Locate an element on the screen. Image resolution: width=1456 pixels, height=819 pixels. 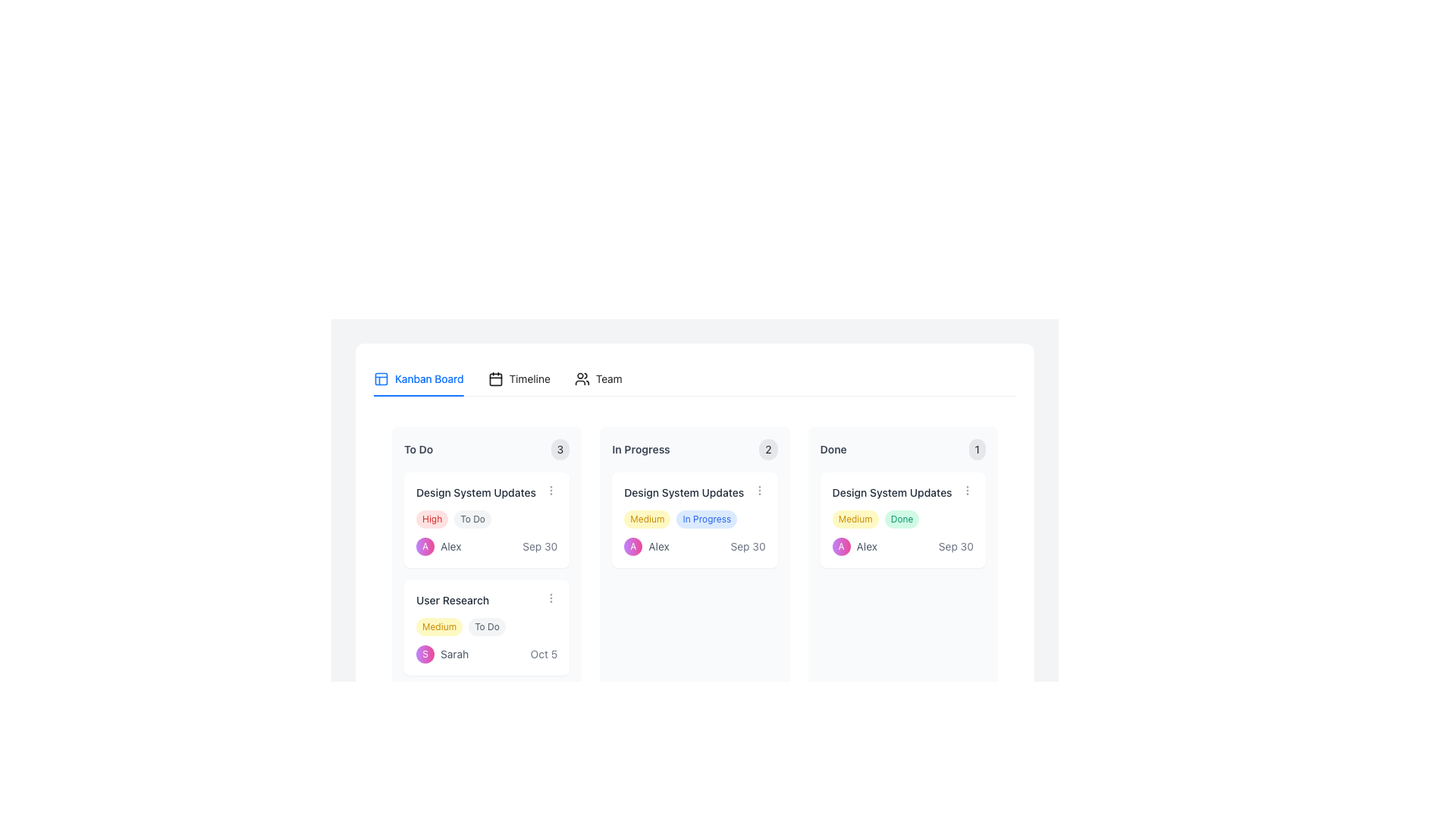
the first badge in the 'User Research' task card on the Kanban board is located at coordinates (438, 626).